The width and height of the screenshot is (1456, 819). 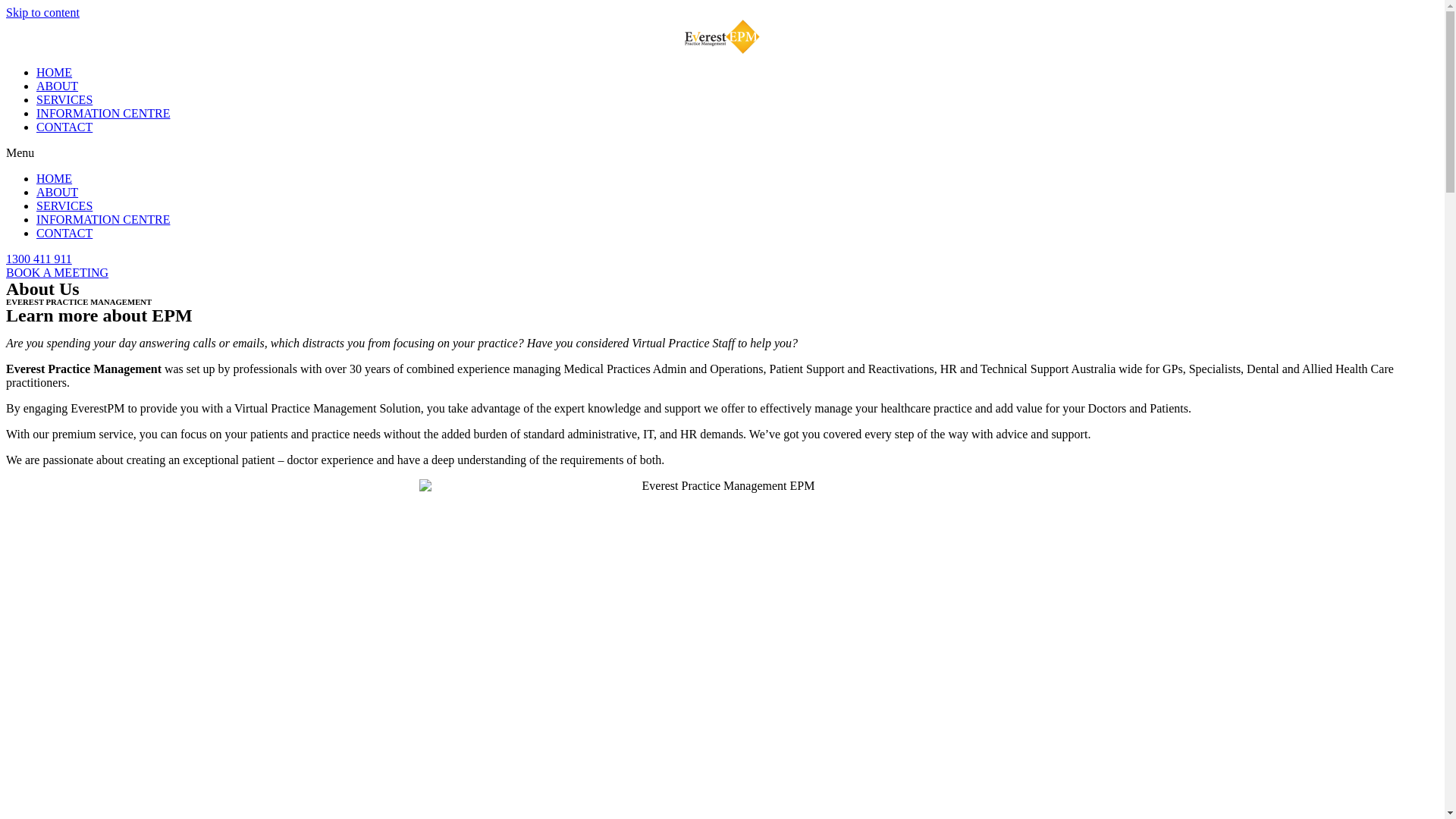 I want to click on 'BOOK A MEETING', so click(x=57, y=271).